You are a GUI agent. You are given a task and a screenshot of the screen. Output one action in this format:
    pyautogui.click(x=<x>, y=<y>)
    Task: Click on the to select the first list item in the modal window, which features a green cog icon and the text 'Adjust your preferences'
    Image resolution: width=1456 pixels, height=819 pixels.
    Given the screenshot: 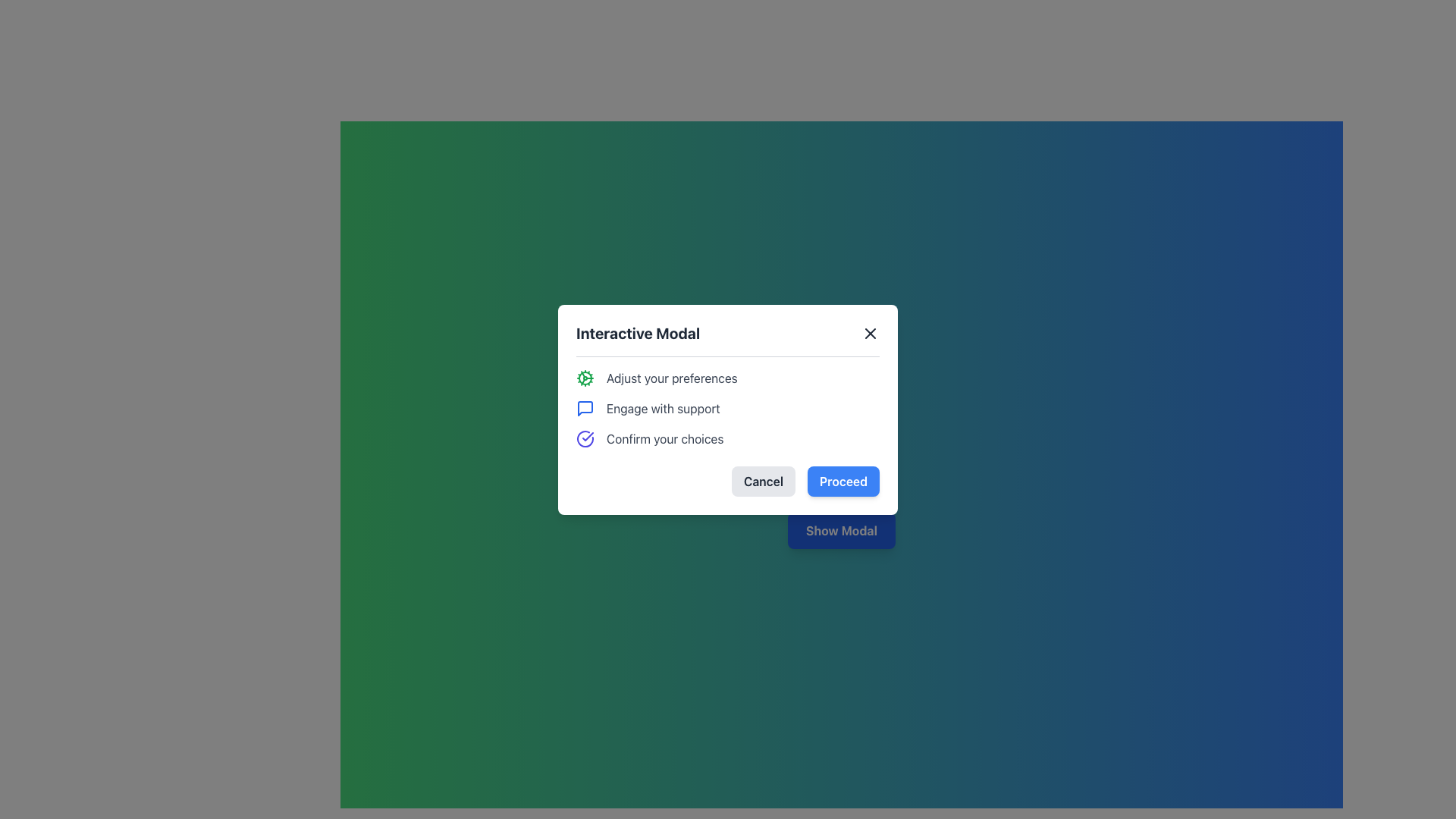 What is the action you would take?
    pyautogui.click(x=728, y=376)
    